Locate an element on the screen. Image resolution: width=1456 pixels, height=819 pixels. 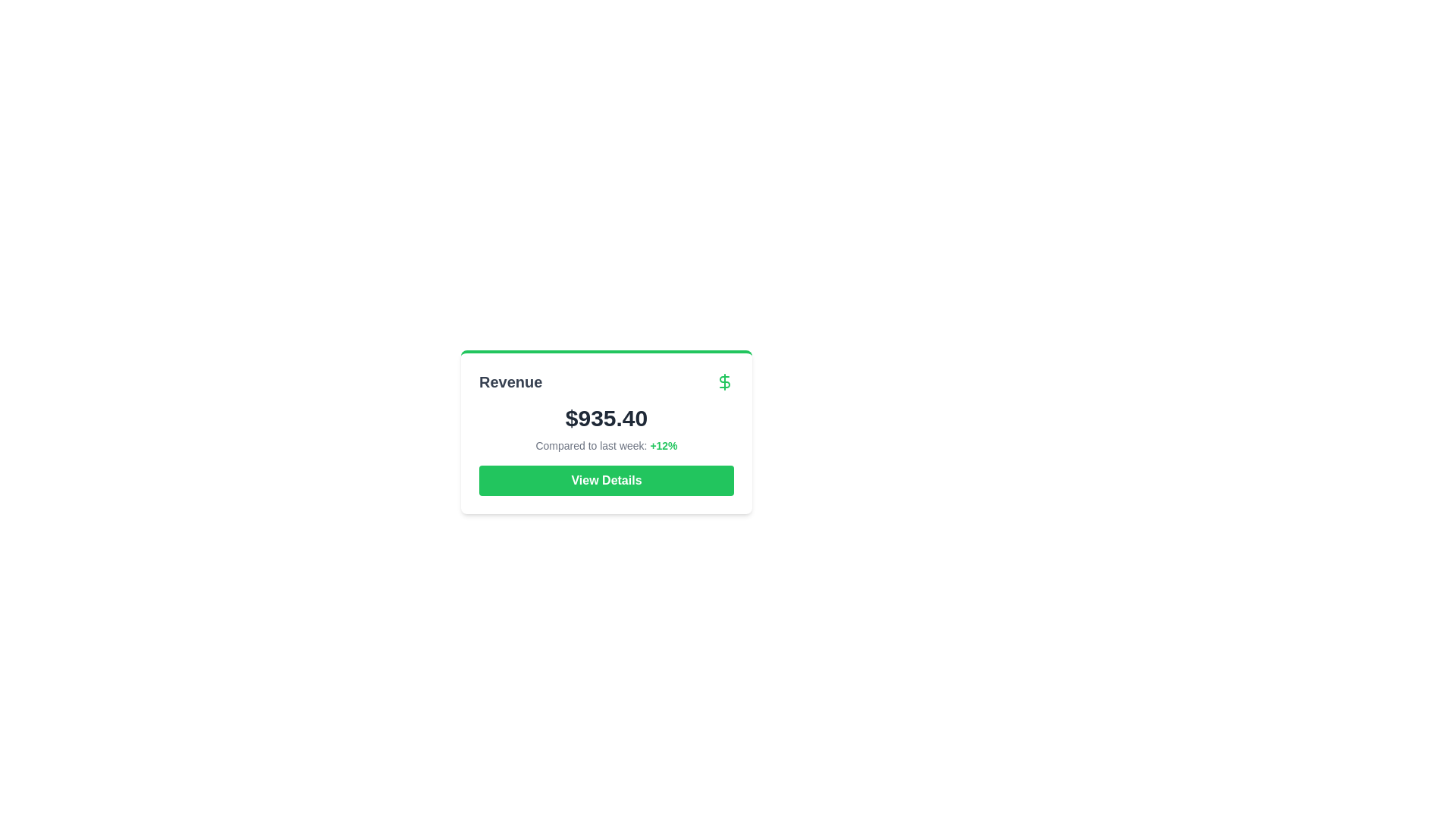
the revenue icon located at the top right corner of the card layout, next to the text 'Revenue' is located at coordinates (723, 381).